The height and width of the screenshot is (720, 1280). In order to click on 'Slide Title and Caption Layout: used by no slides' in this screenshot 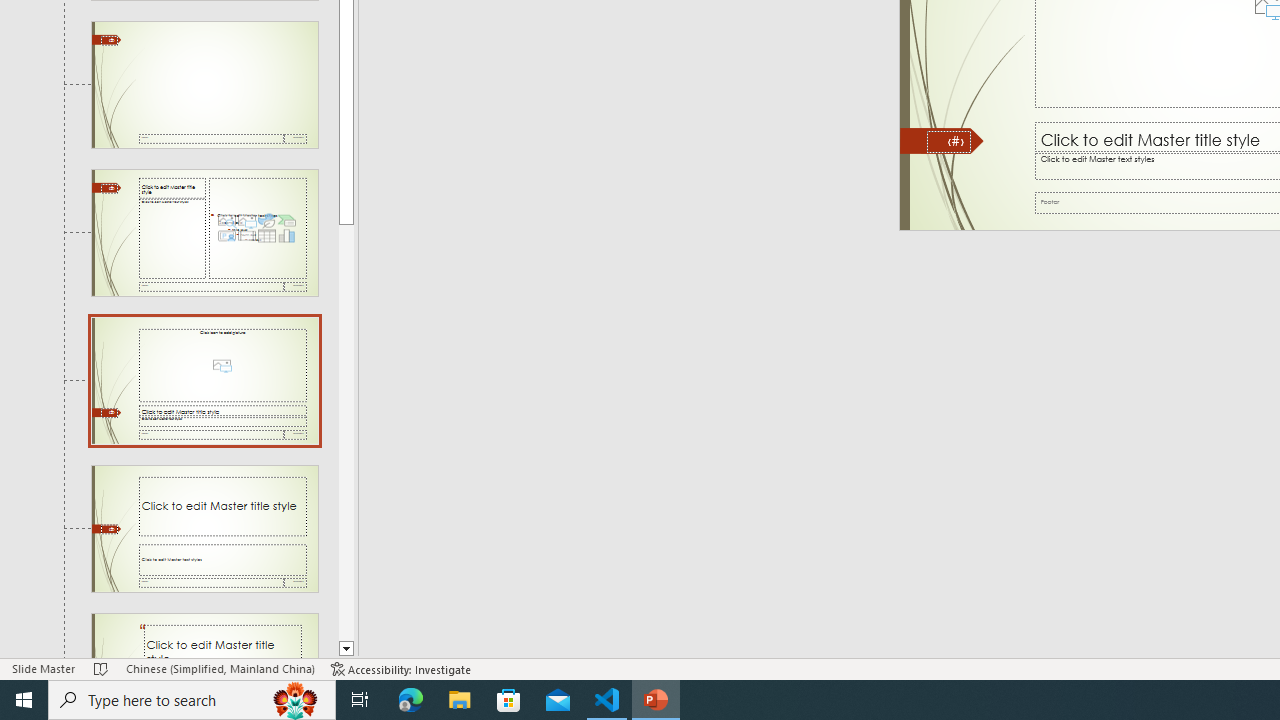, I will do `click(204, 527)`.